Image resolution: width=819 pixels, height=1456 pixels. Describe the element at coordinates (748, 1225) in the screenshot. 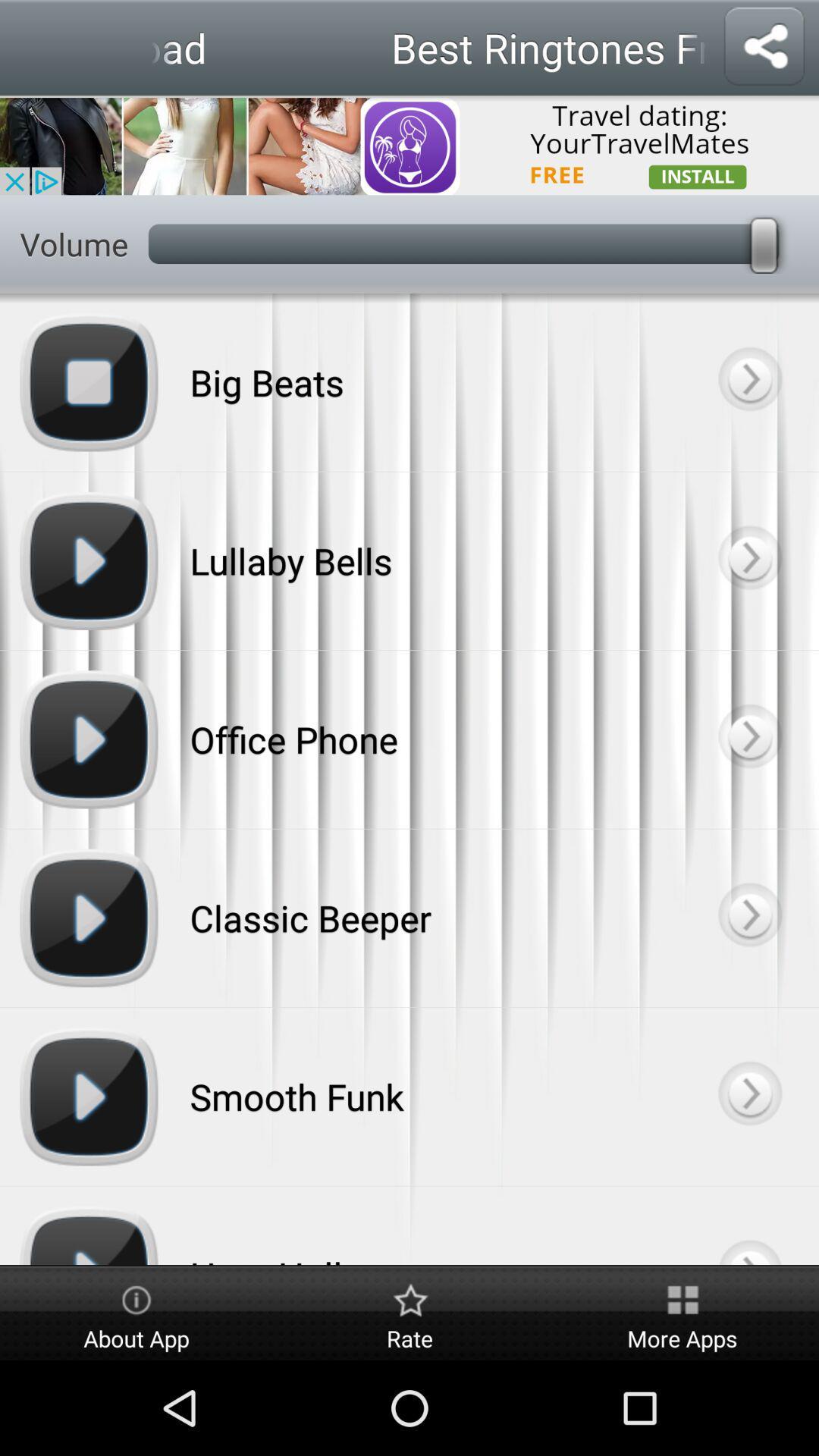

I see `this next button` at that location.